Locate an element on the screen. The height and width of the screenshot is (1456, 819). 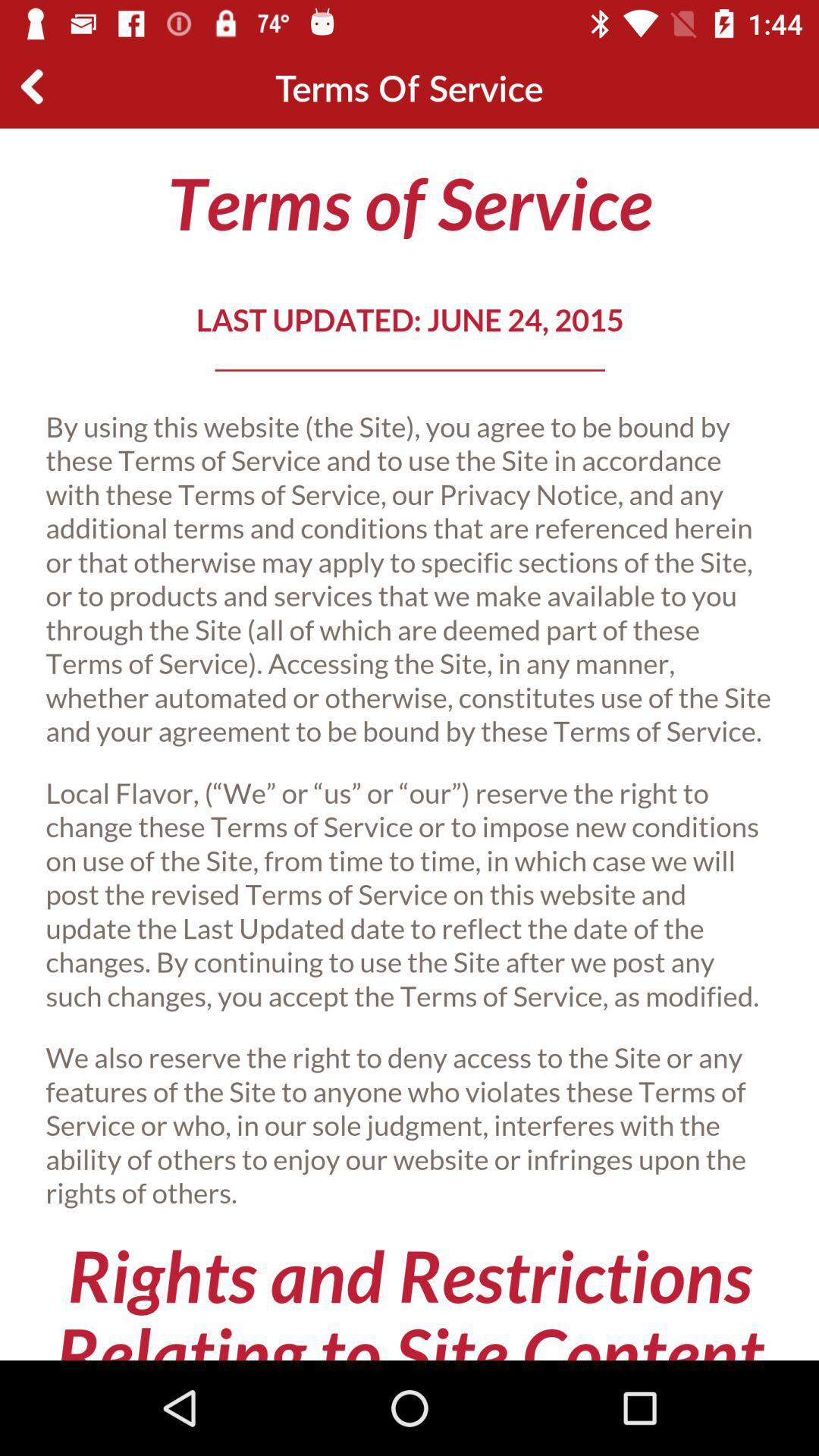
click the terms of service is located at coordinates (409, 744).